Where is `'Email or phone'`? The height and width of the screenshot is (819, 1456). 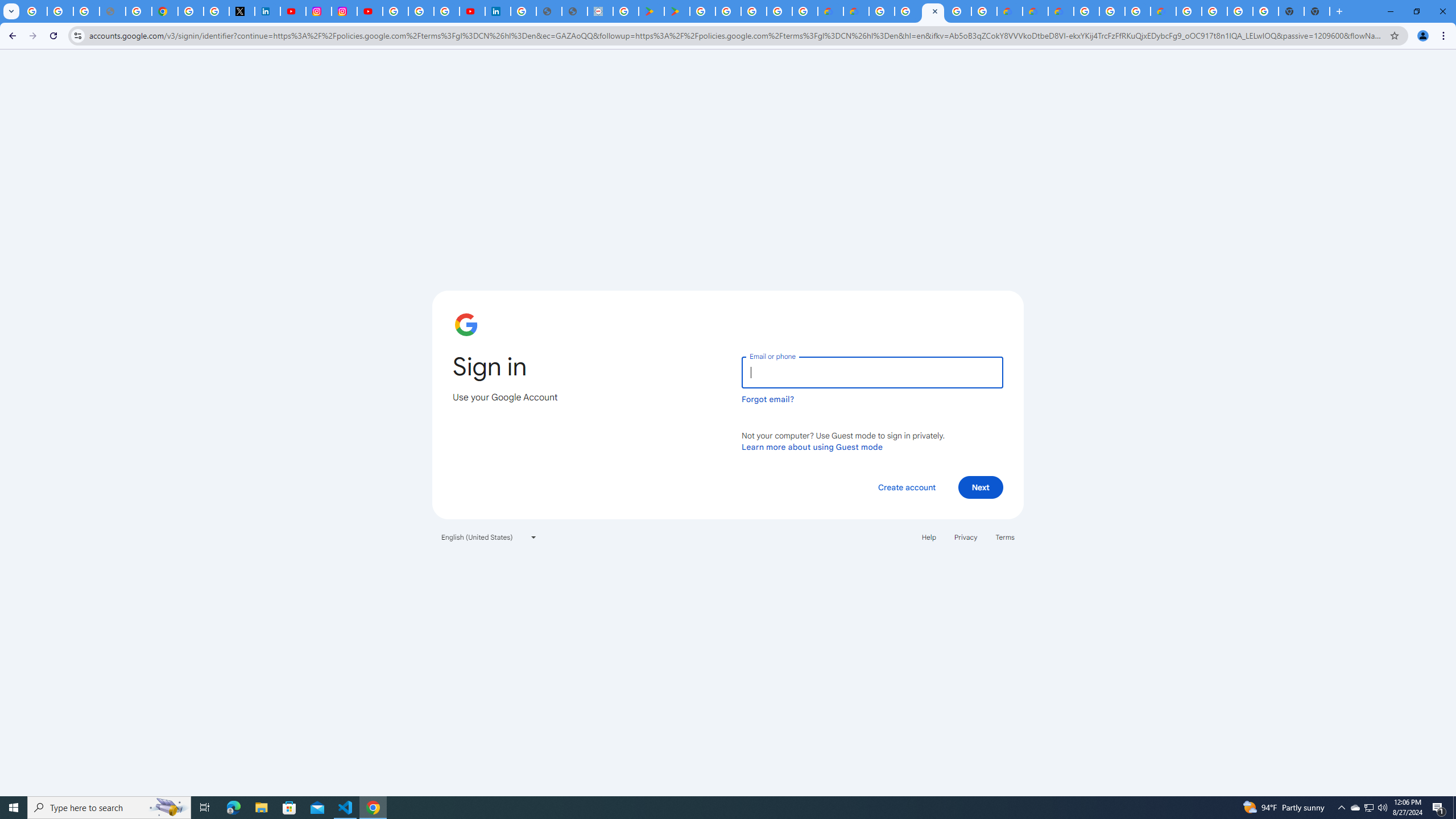
'Email or phone' is located at coordinates (871, 372).